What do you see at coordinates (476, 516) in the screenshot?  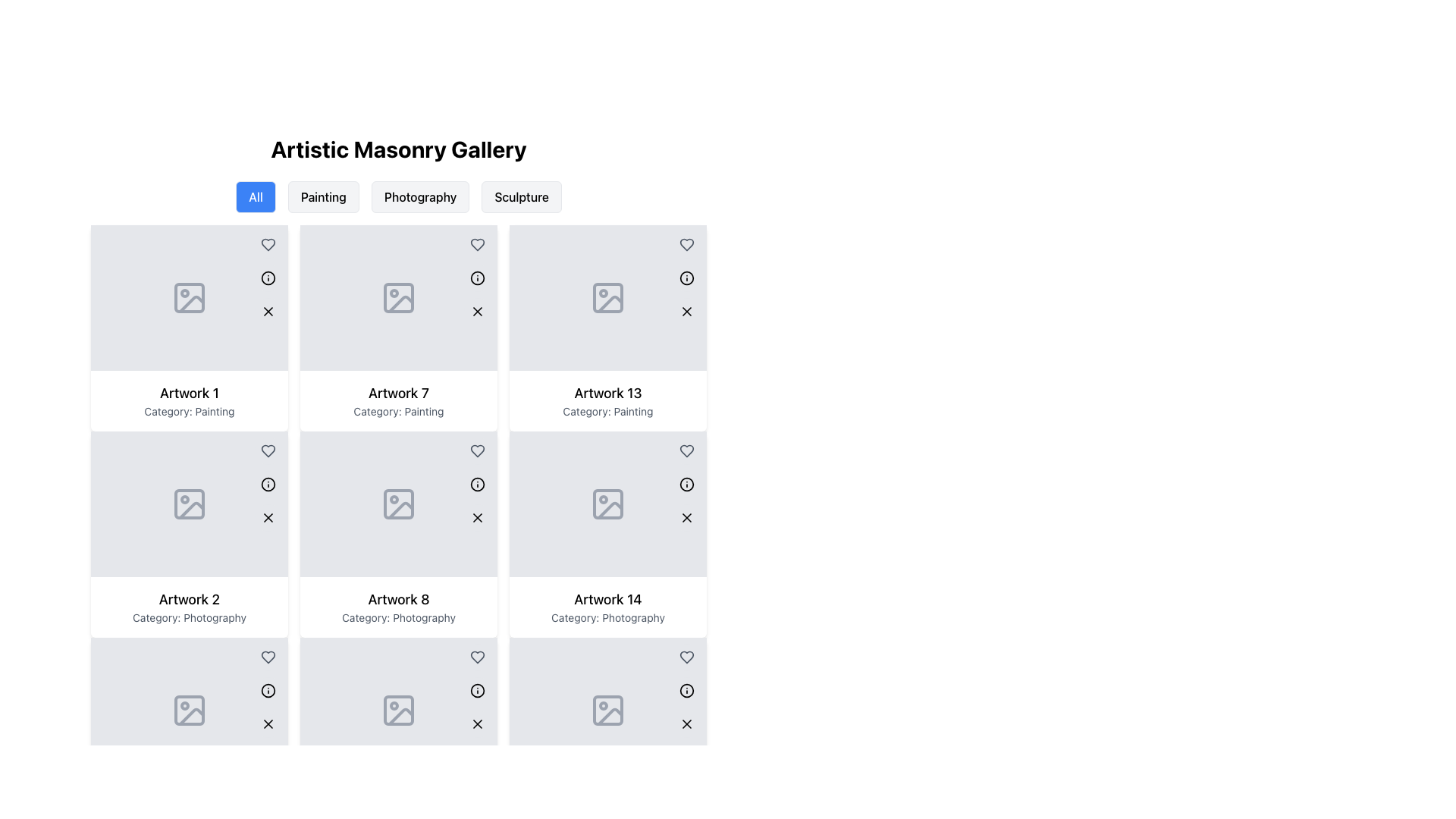 I see `the circular gray button with an 'X' icon located at the bottom-right of the card for 'Artwork 8'` at bounding box center [476, 516].